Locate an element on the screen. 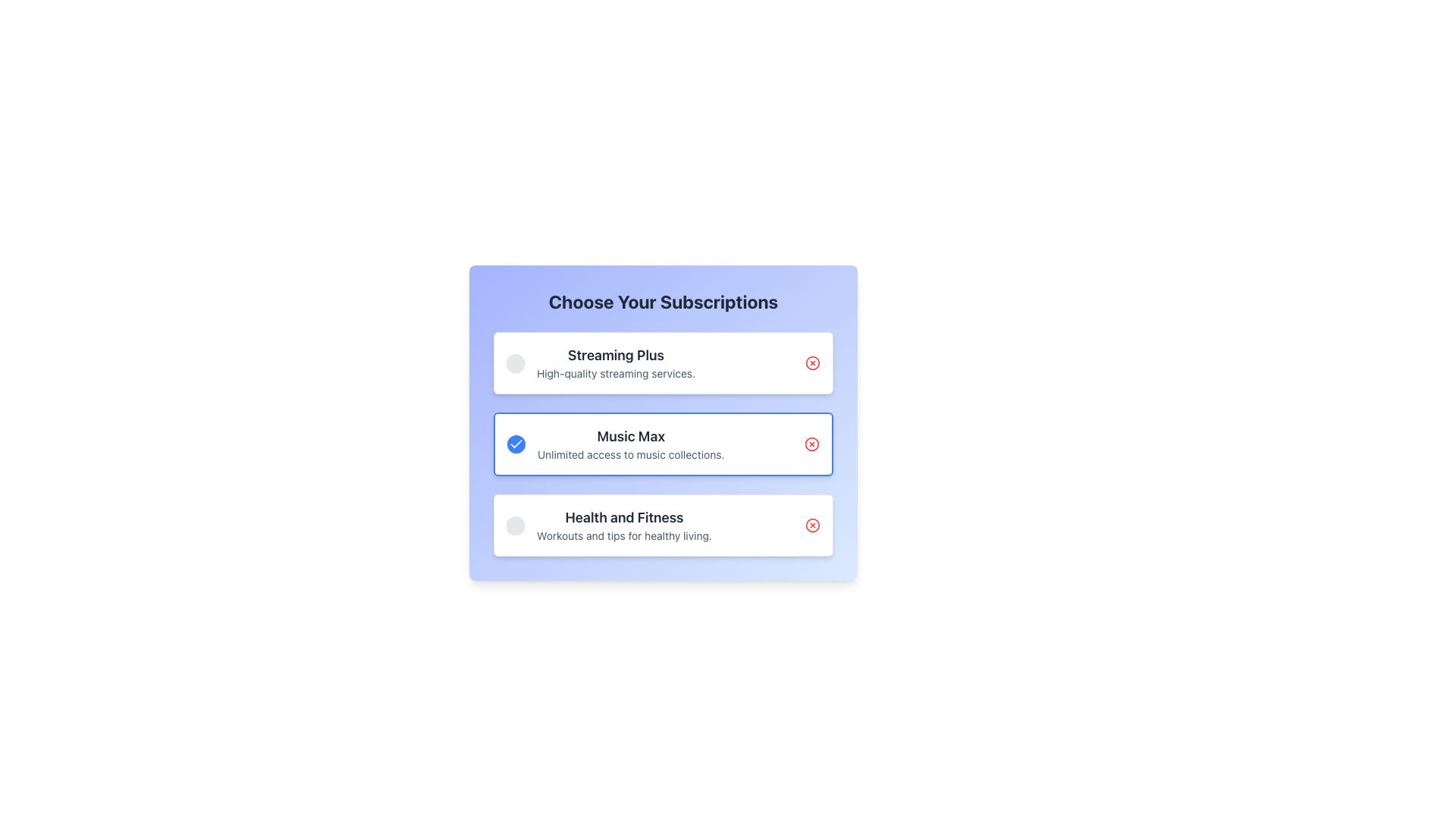  the checkmark icon that indicates the selection status for the 'Music Max' item is located at coordinates (516, 444).